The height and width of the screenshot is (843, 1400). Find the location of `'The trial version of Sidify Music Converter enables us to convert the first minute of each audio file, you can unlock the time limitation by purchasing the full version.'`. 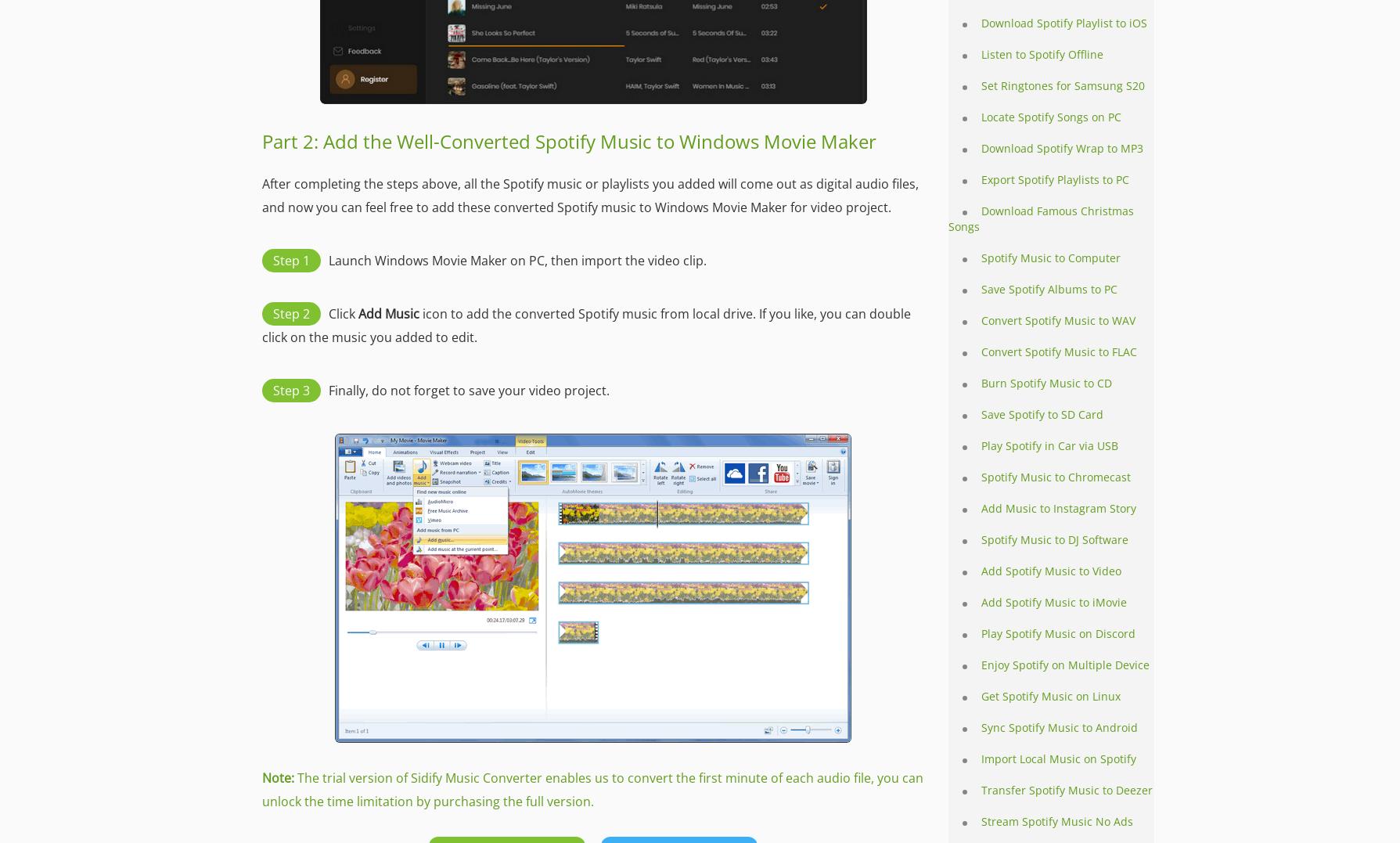

'The trial version of Sidify Music Converter enables us to convert the first minute of each audio file, you can unlock the time limitation by purchasing the full version.' is located at coordinates (592, 787).